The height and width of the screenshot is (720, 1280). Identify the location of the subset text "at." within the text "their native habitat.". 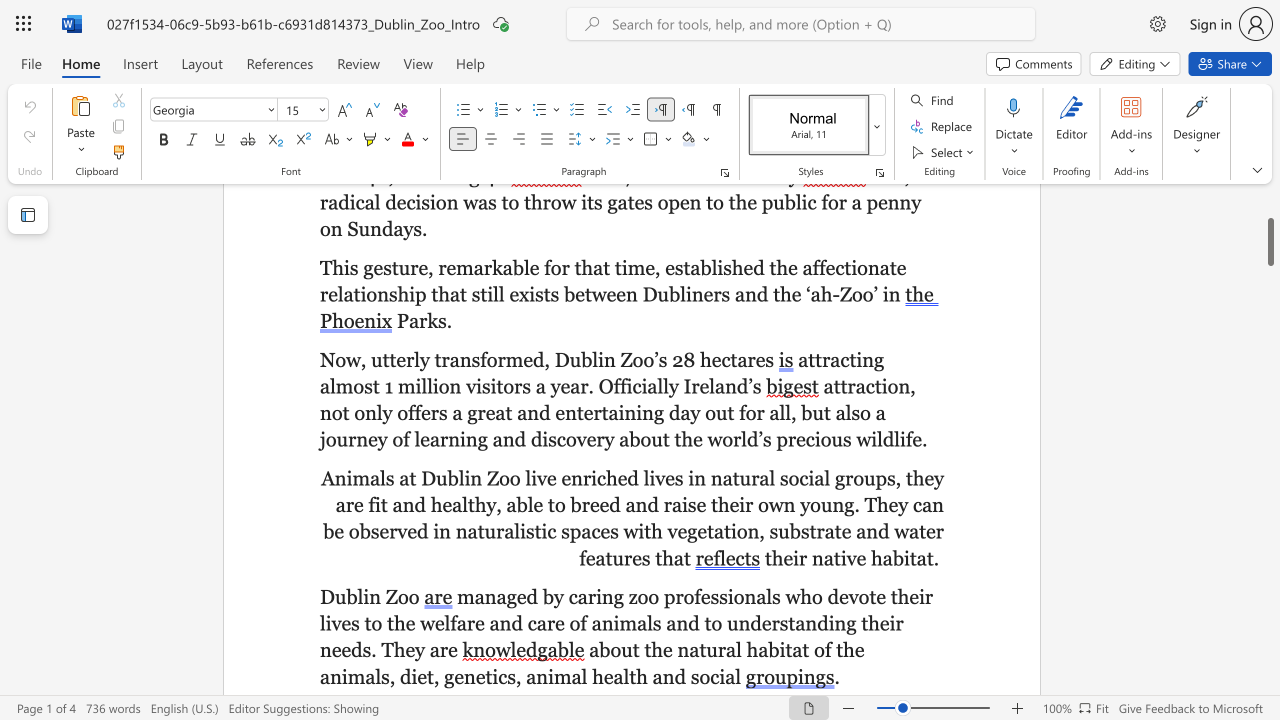
(915, 558).